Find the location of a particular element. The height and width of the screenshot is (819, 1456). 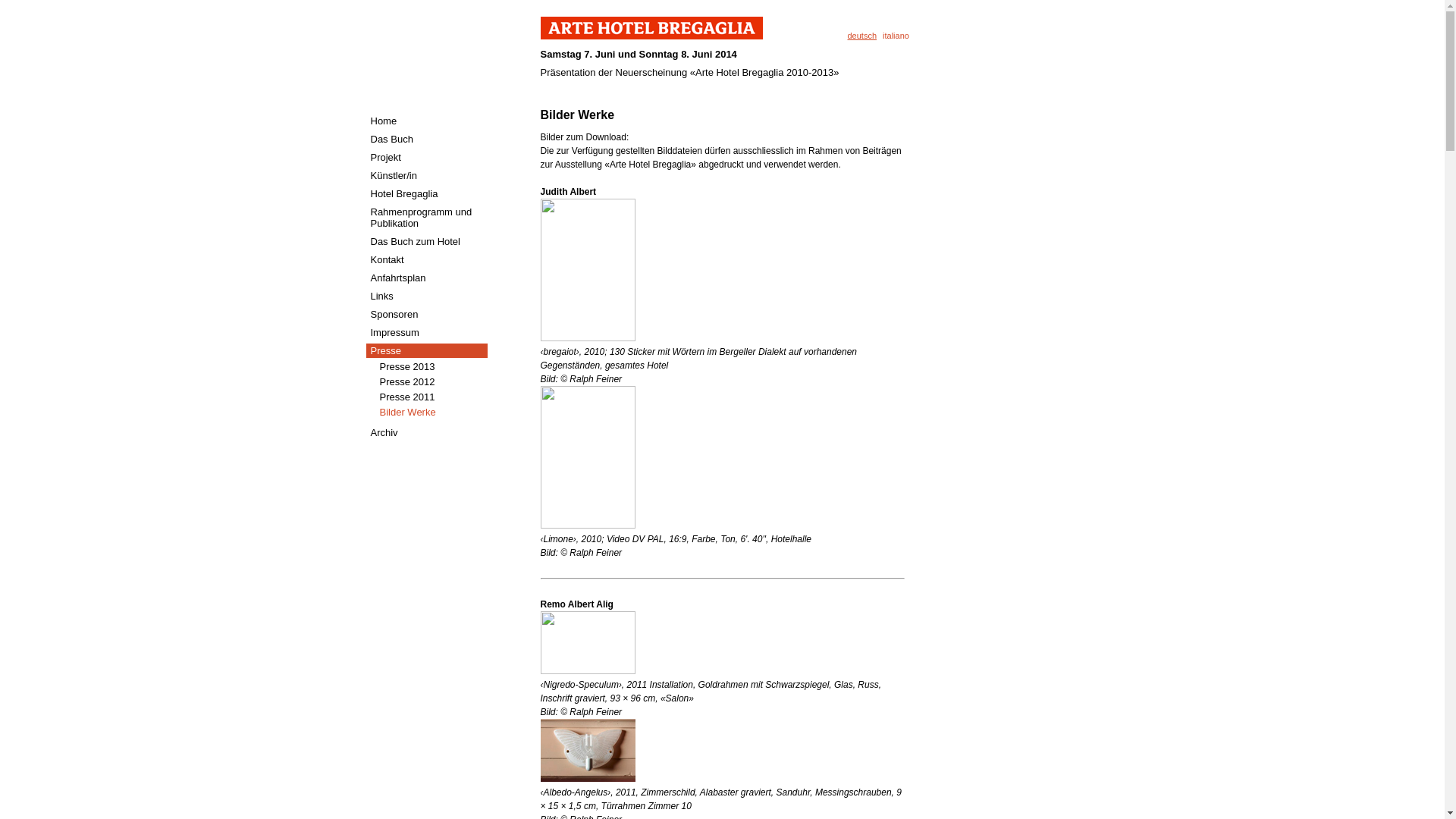

'deutsch' is located at coordinates (862, 34).